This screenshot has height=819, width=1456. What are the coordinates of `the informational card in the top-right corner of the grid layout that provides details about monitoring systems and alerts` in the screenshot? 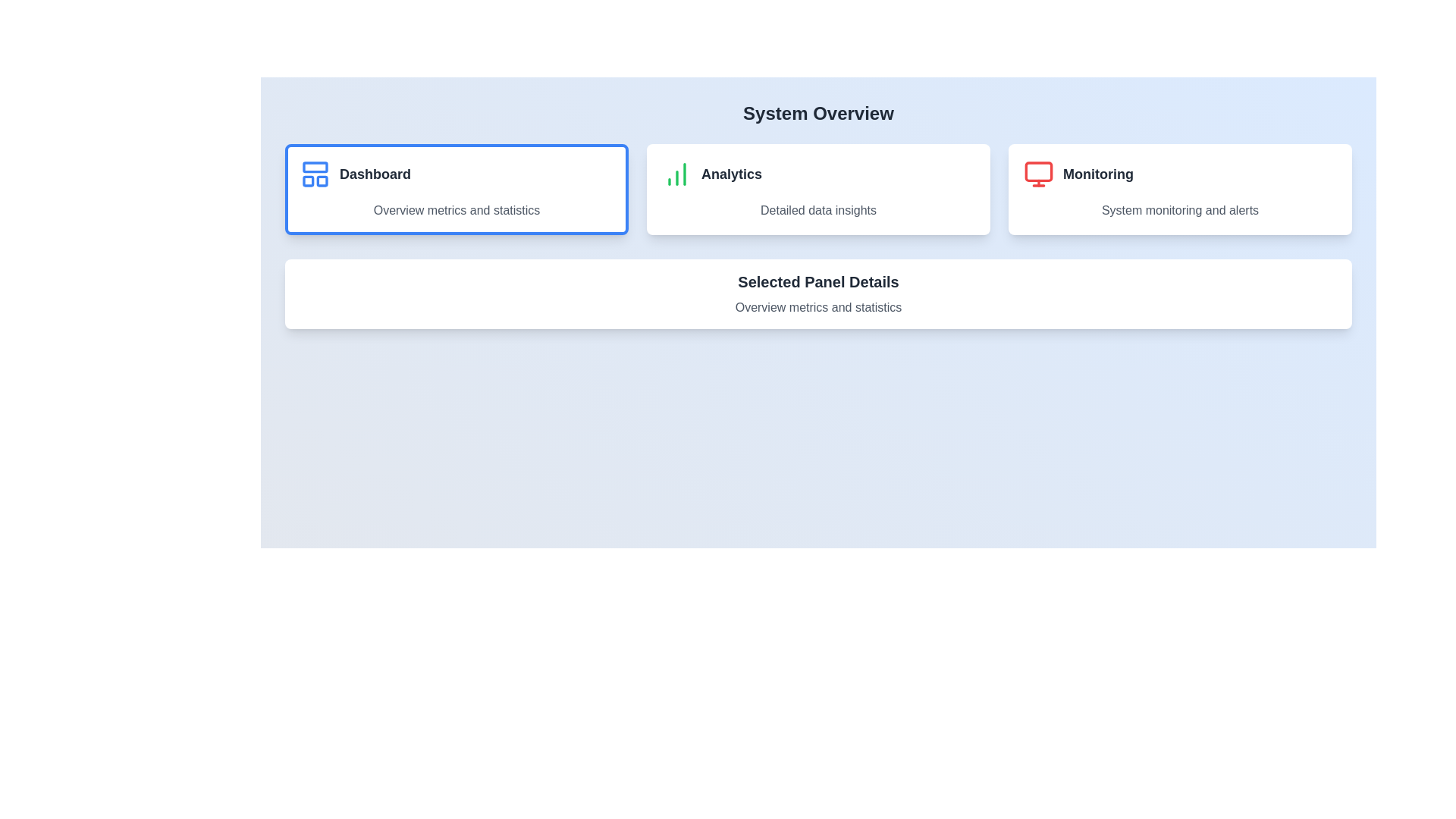 It's located at (1179, 189).